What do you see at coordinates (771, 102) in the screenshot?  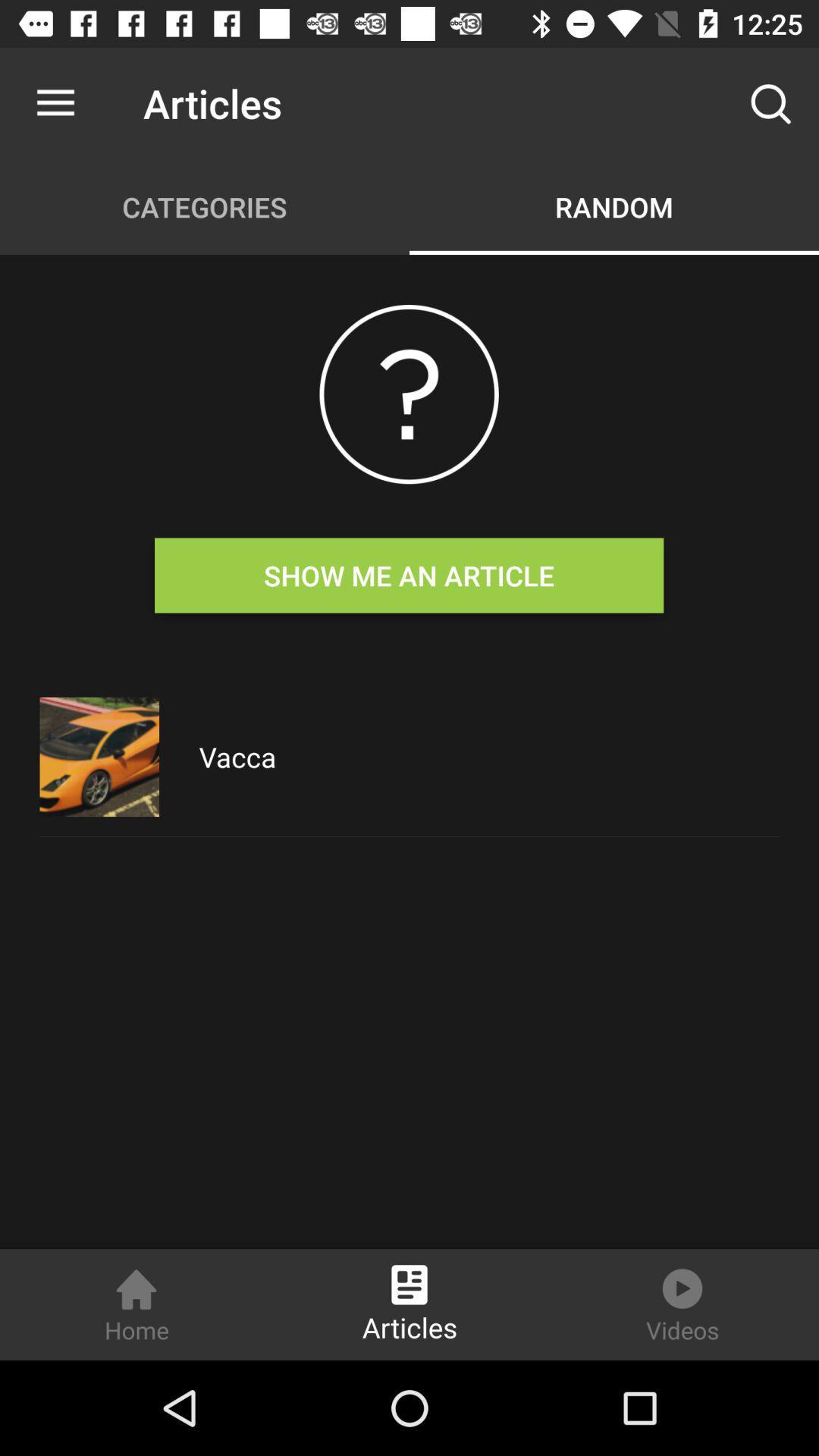 I see `item next to the articles icon` at bounding box center [771, 102].